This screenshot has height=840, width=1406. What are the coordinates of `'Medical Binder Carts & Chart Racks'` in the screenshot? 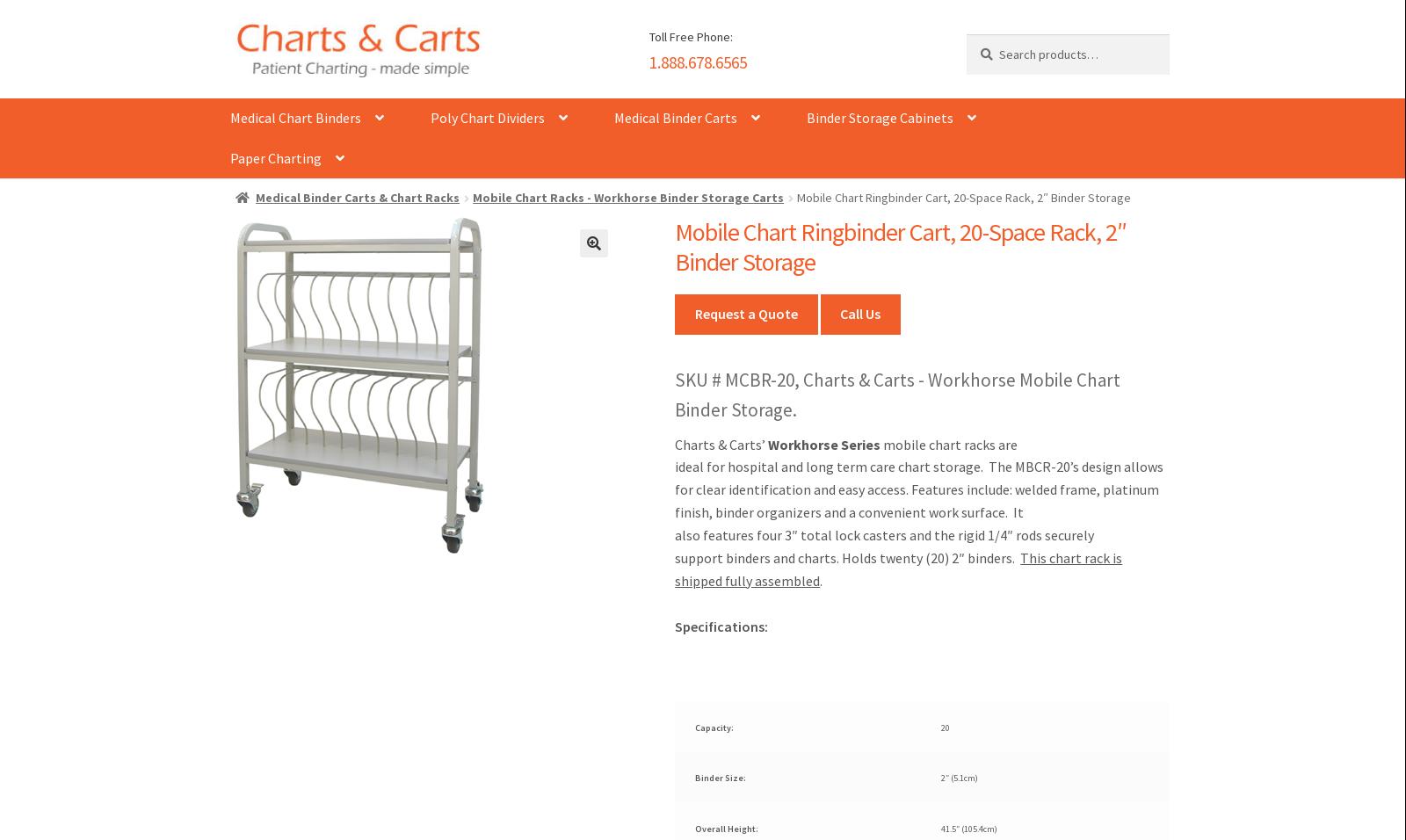 It's located at (256, 198).